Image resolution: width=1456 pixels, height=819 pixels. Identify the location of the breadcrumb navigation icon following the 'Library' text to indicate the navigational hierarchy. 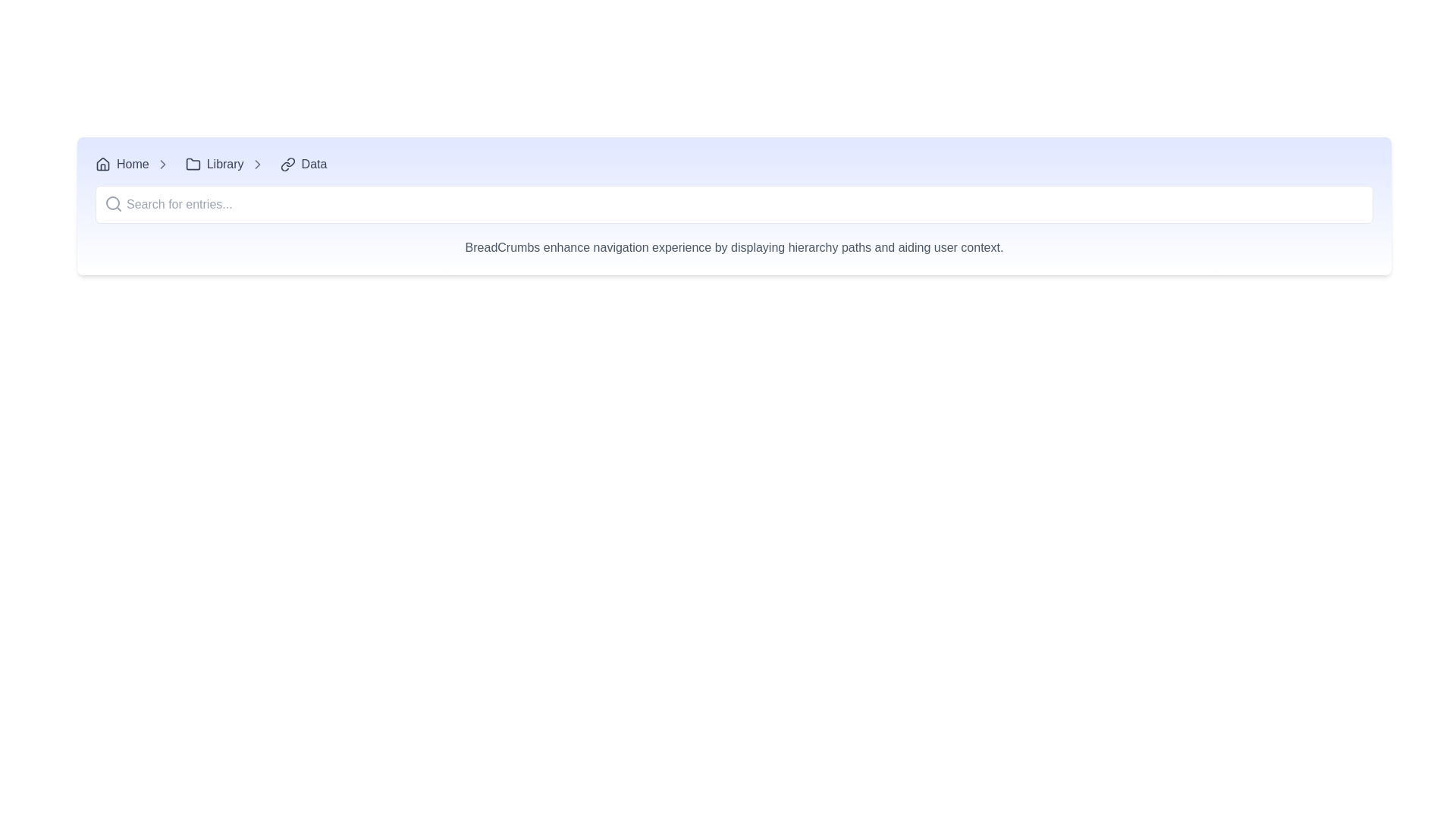
(257, 164).